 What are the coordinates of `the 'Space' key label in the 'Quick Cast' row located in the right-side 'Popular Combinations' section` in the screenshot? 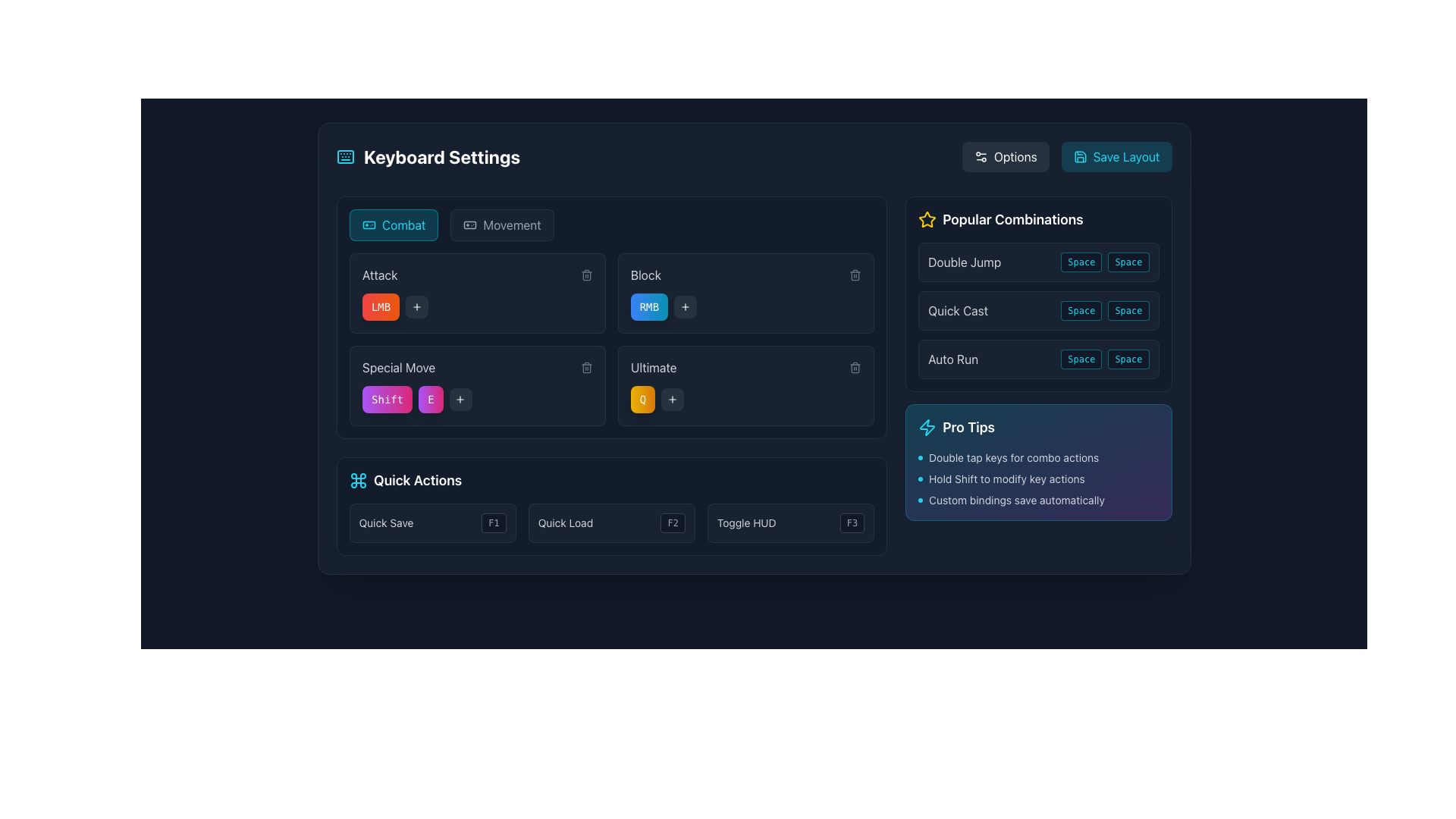 It's located at (1081, 309).